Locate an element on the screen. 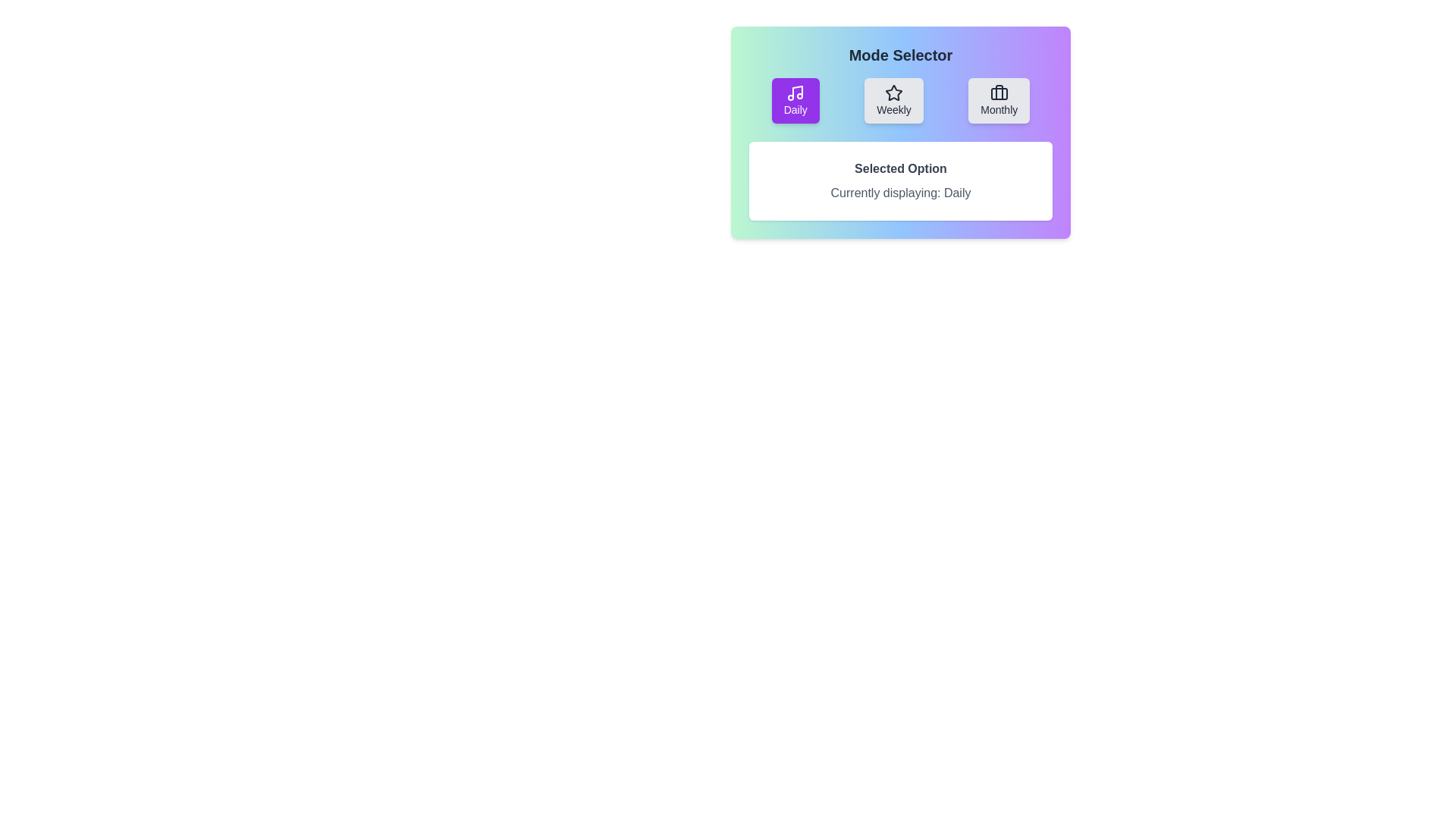  the decorative rectangular sub-element representing the bottom section of the briefcase icon within the SVG component is located at coordinates (999, 93).